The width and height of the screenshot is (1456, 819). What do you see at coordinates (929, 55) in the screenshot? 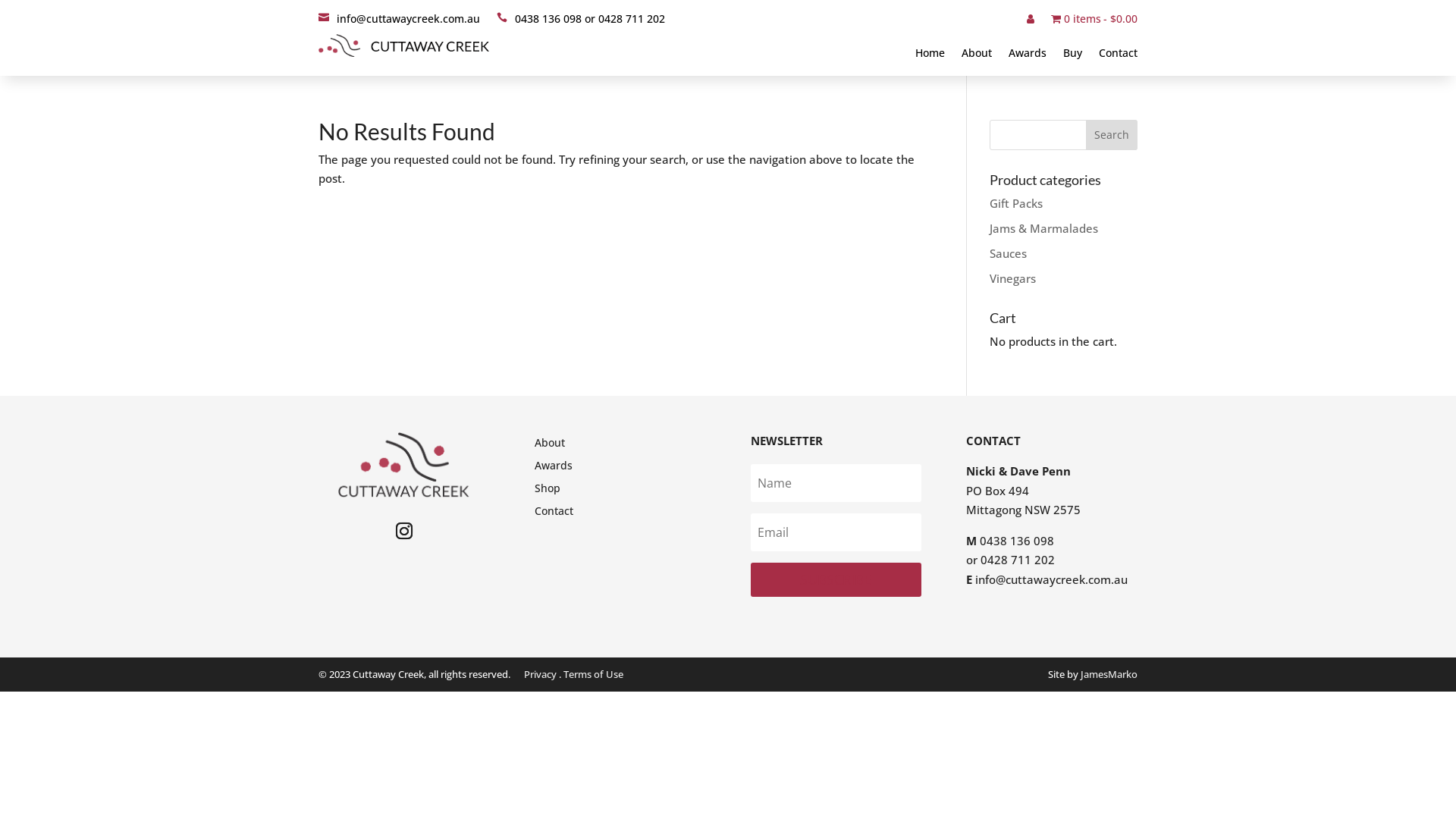
I see `'Home'` at bounding box center [929, 55].